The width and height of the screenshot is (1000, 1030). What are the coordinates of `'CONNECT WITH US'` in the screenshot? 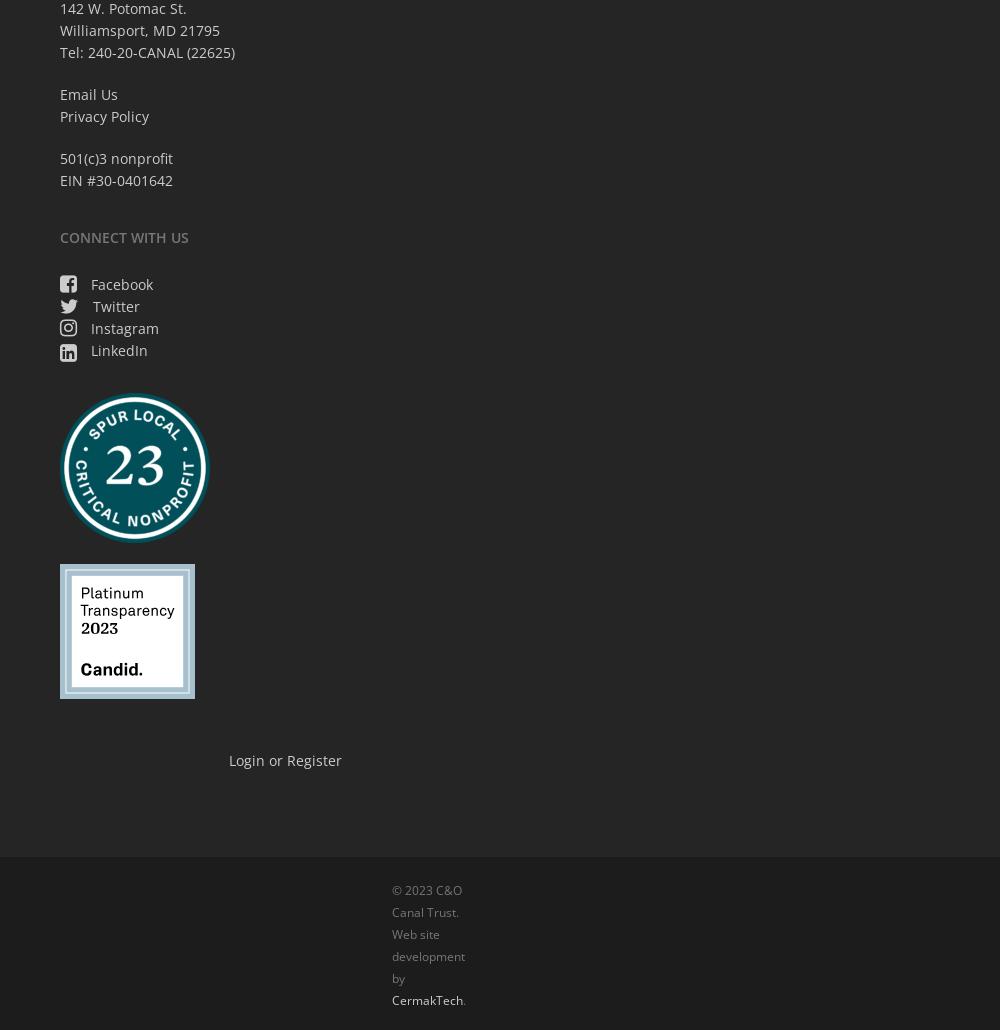 It's located at (123, 236).